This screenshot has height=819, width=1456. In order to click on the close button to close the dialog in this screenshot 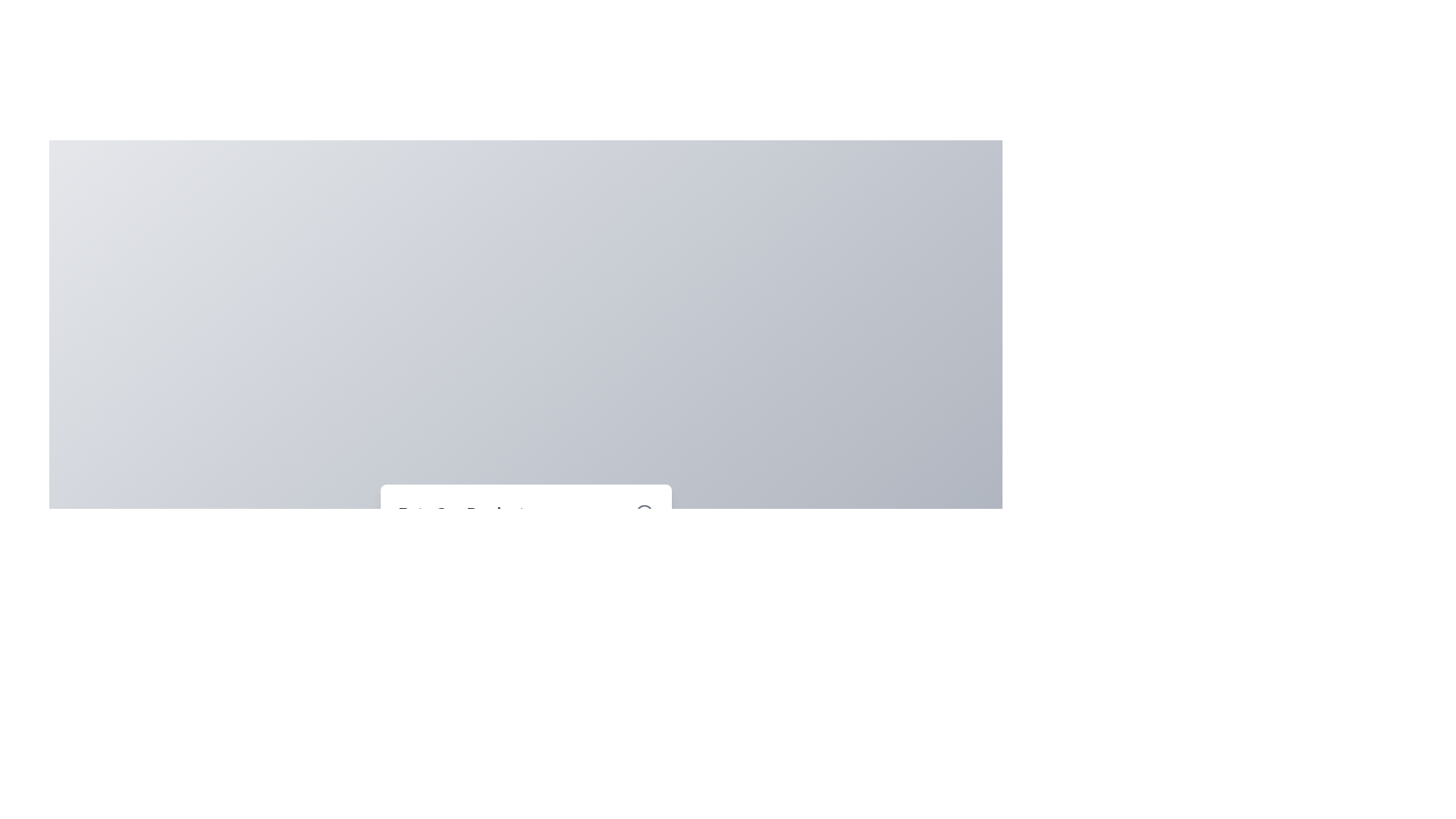, I will do `click(644, 513)`.